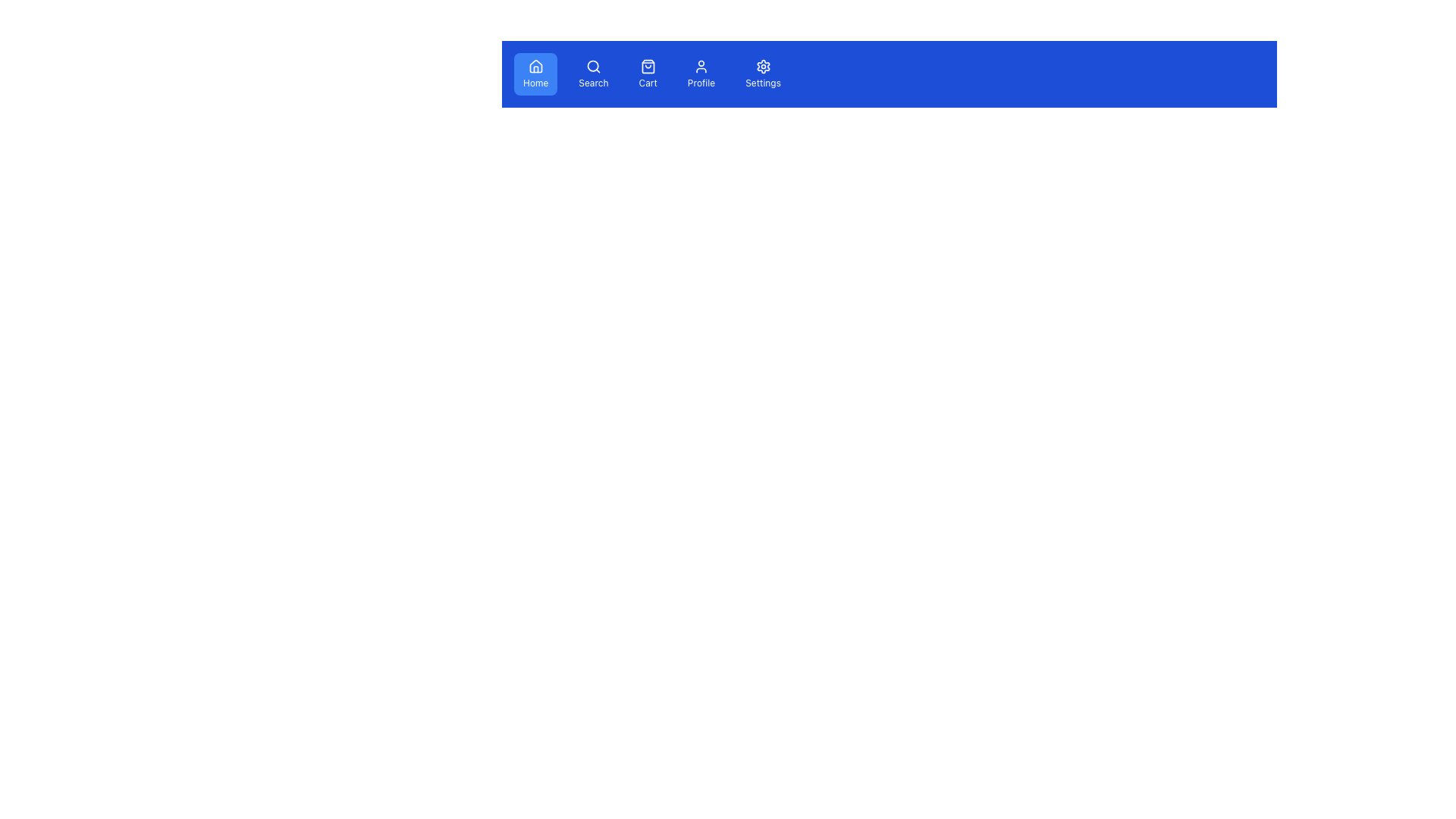 The height and width of the screenshot is (819, 1456). Describe the element at coordinates (592, 66) in the screenshot. I see `the search icon, which resembles a magnifying glass and is located in the navigation bar labeled 'Search'` at that location.